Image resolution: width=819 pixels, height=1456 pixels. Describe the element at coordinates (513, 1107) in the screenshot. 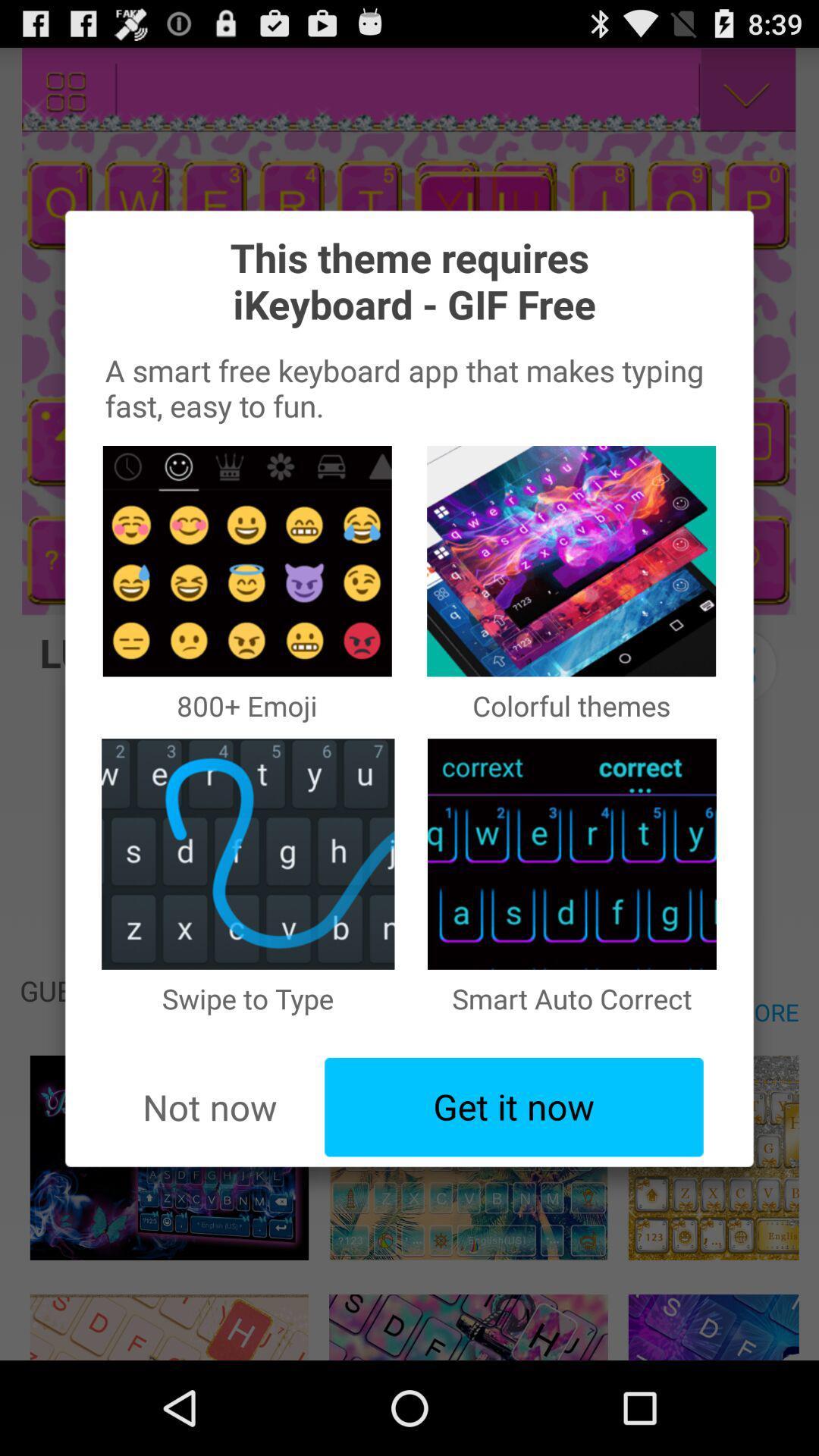

I see `get it now` at that location.